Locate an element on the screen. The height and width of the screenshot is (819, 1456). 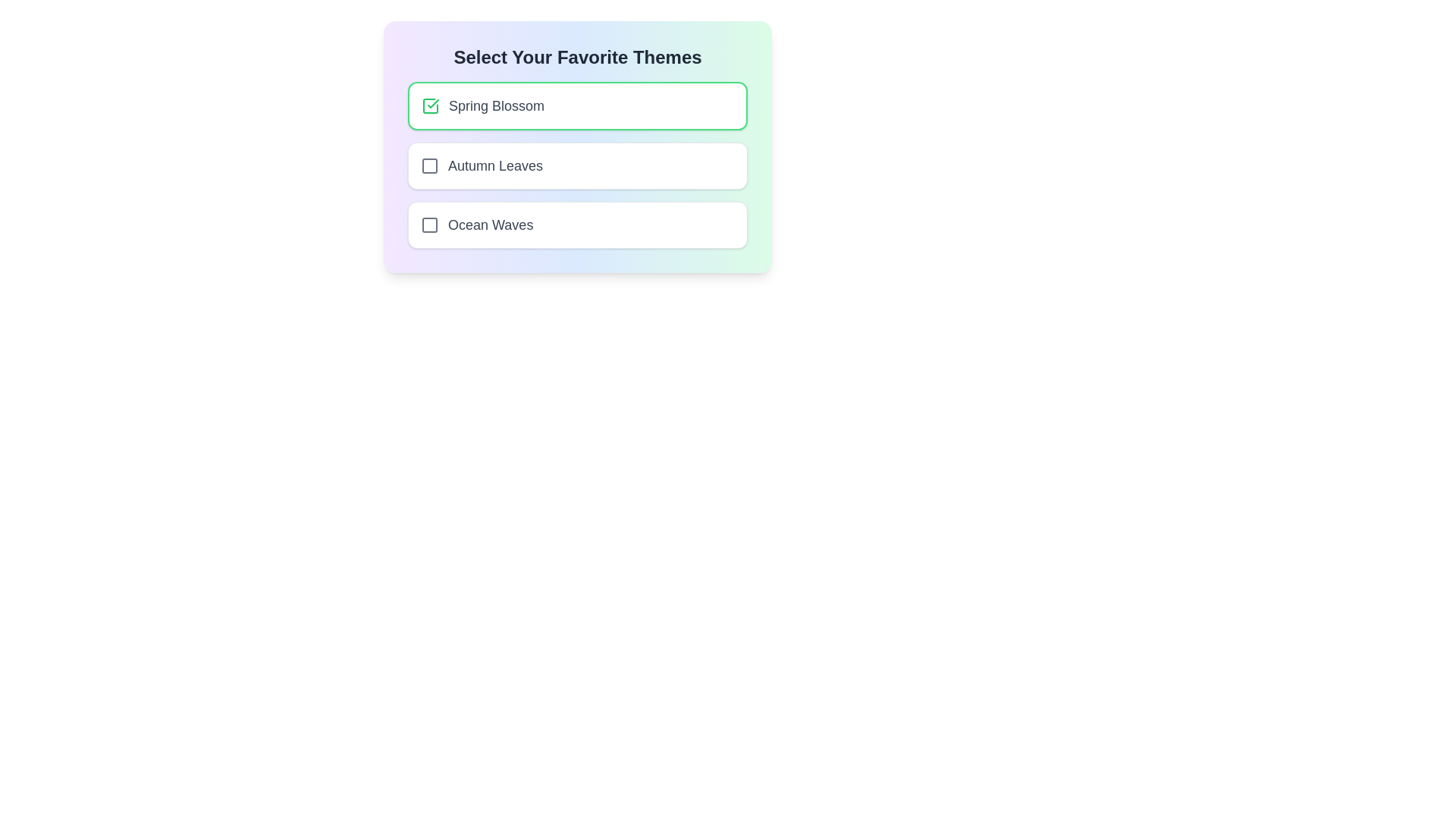
the theme Spring Blossom by clicking on its checkbox or label is located at coordinates (577, 105).